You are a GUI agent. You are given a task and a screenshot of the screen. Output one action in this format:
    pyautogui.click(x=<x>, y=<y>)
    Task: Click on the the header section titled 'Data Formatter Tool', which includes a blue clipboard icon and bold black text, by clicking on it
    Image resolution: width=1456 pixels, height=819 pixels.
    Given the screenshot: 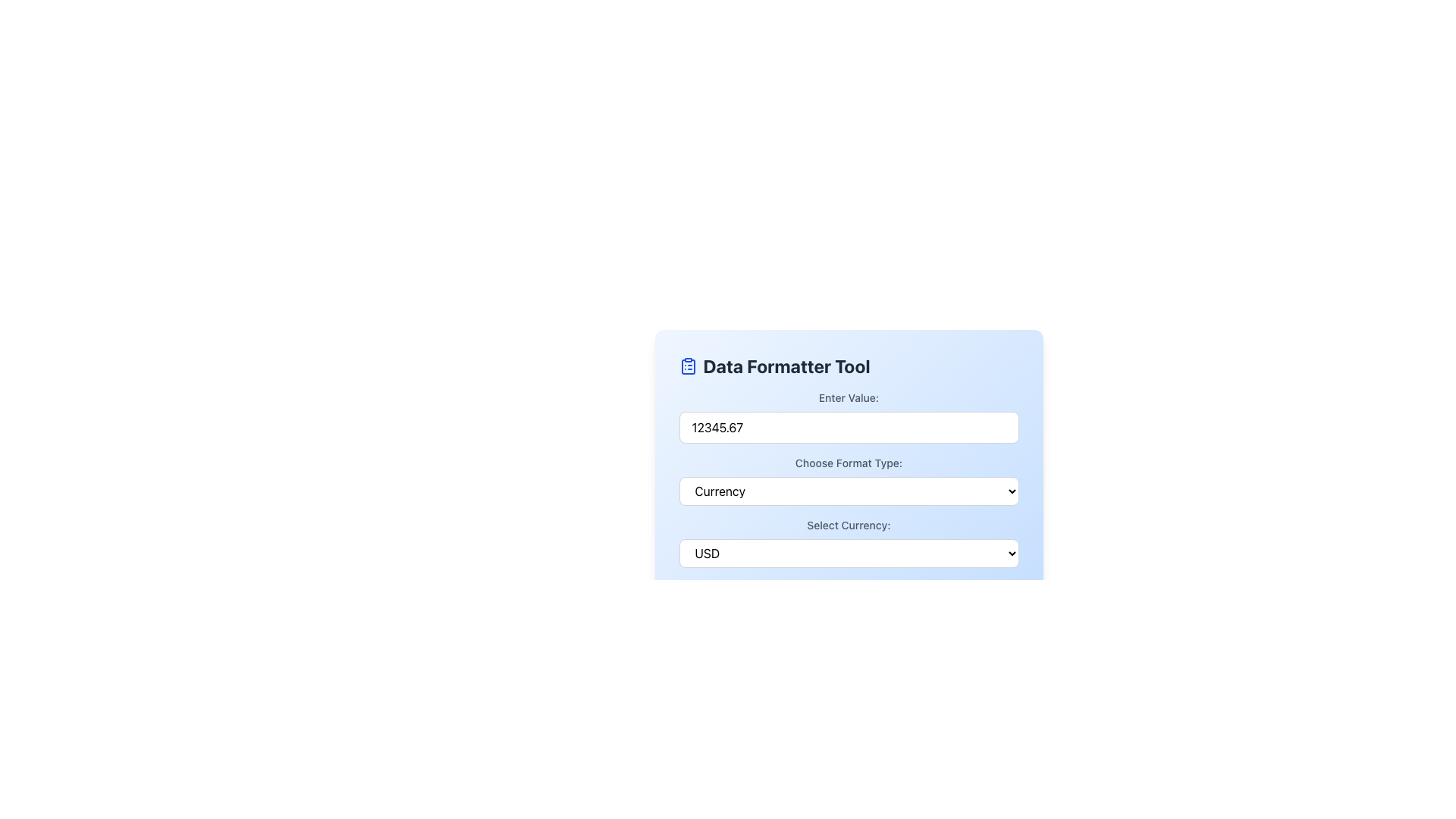 What is the action you would take?
    pyautogui.click(x=848, y=366)
    